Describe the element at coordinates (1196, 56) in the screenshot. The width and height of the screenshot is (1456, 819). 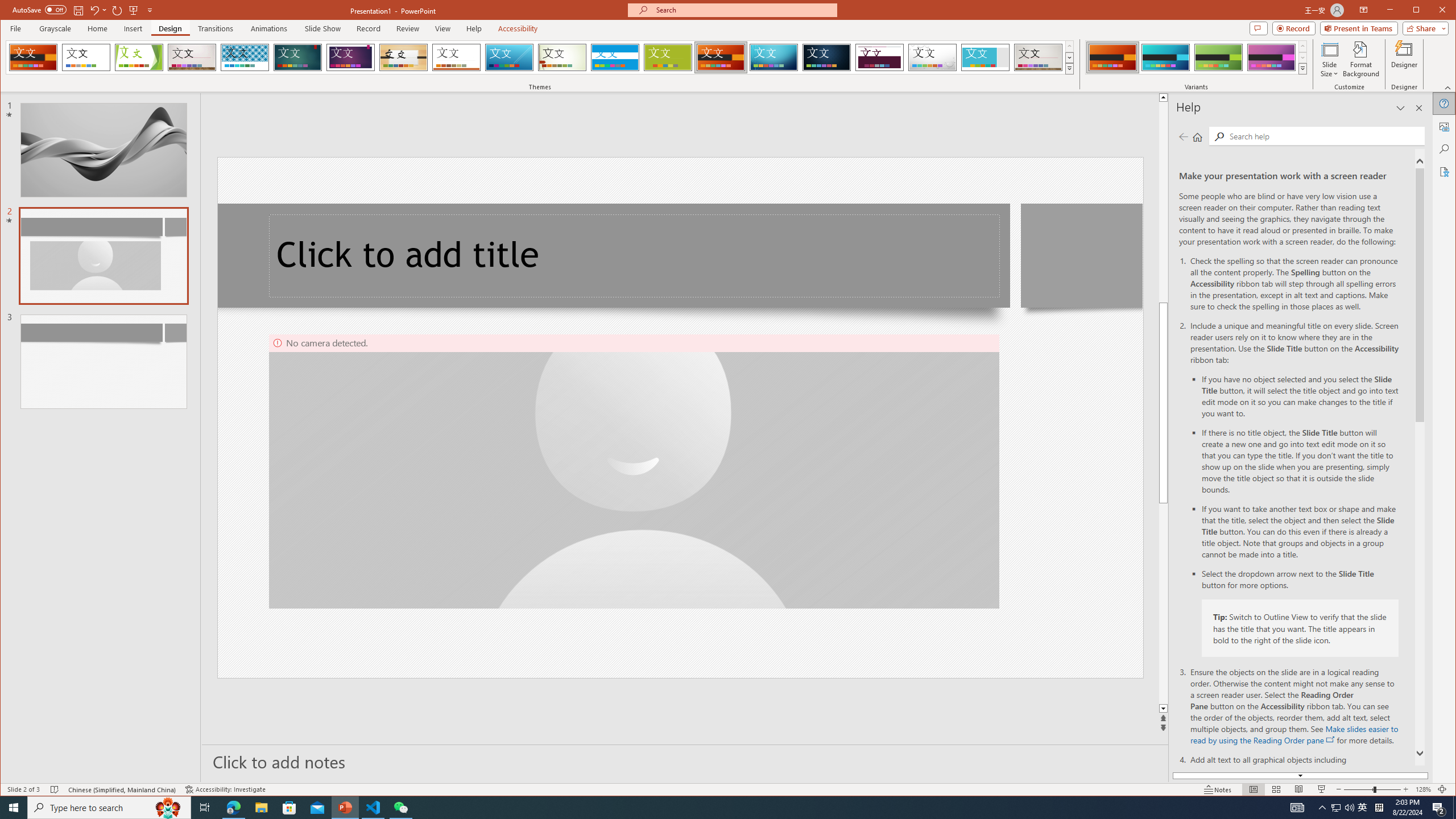
I see `'AutomationID: ThemeVariantsGallery'` at that location.